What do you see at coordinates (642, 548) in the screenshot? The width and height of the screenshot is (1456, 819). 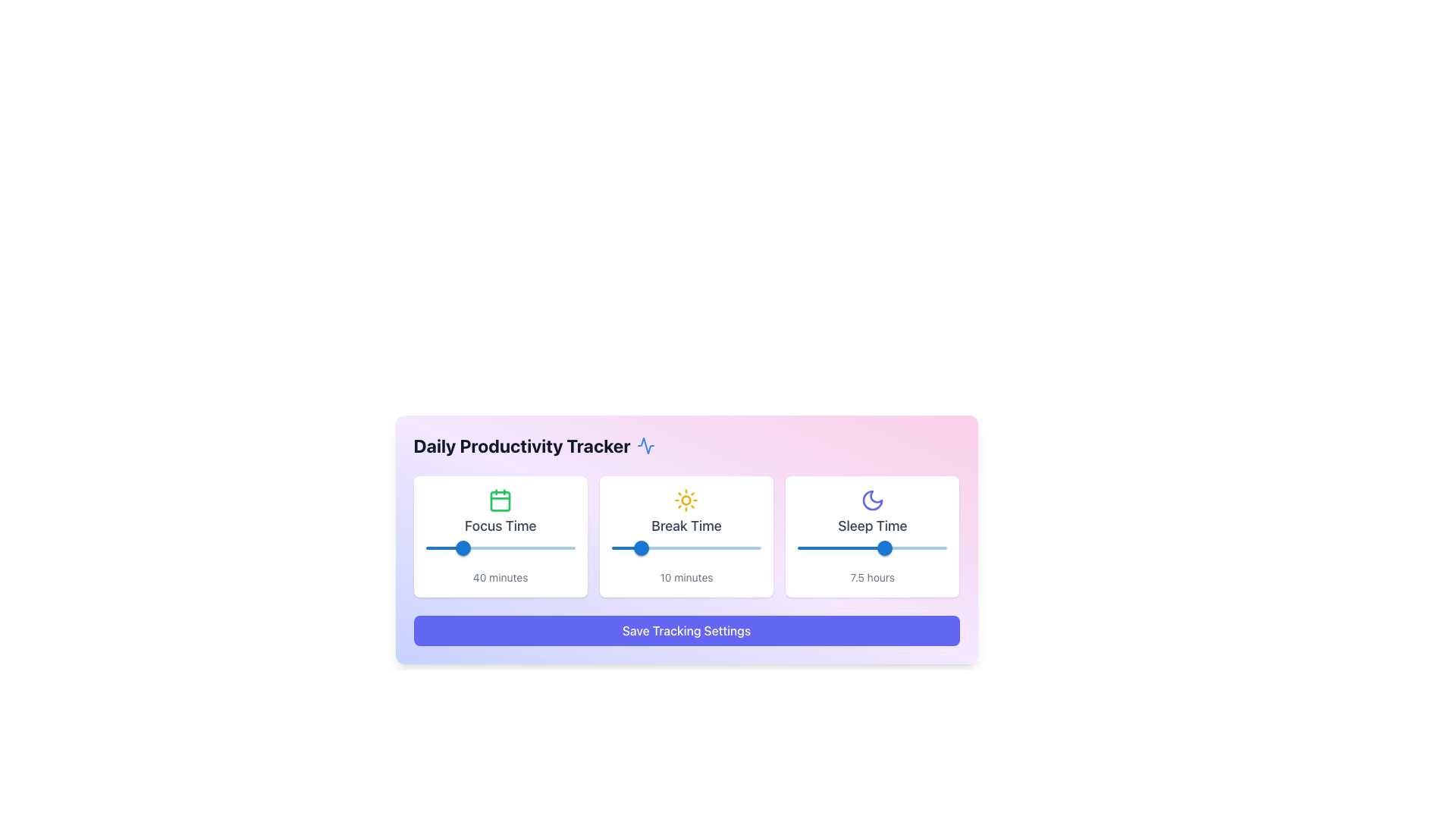 I see `the blue circular slider thumb with white highlights that displays the value '10' in the 'Break Time' section of the 'Daily Productivity Tracker' interface` at bounding box center [642, 548].